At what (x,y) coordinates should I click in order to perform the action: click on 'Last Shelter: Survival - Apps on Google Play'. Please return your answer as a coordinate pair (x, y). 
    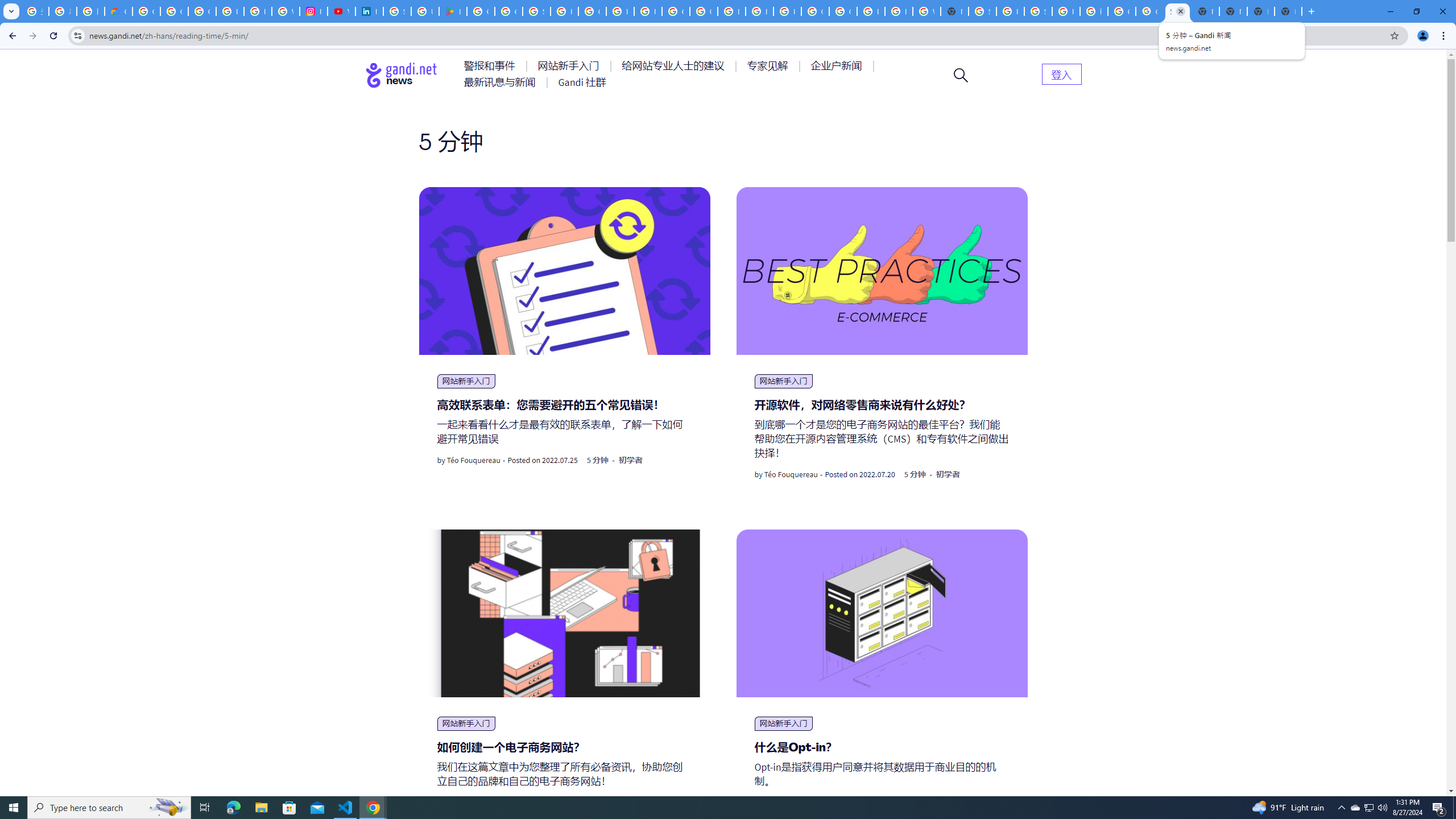
    Looking at the image, I should click on (452, 11).